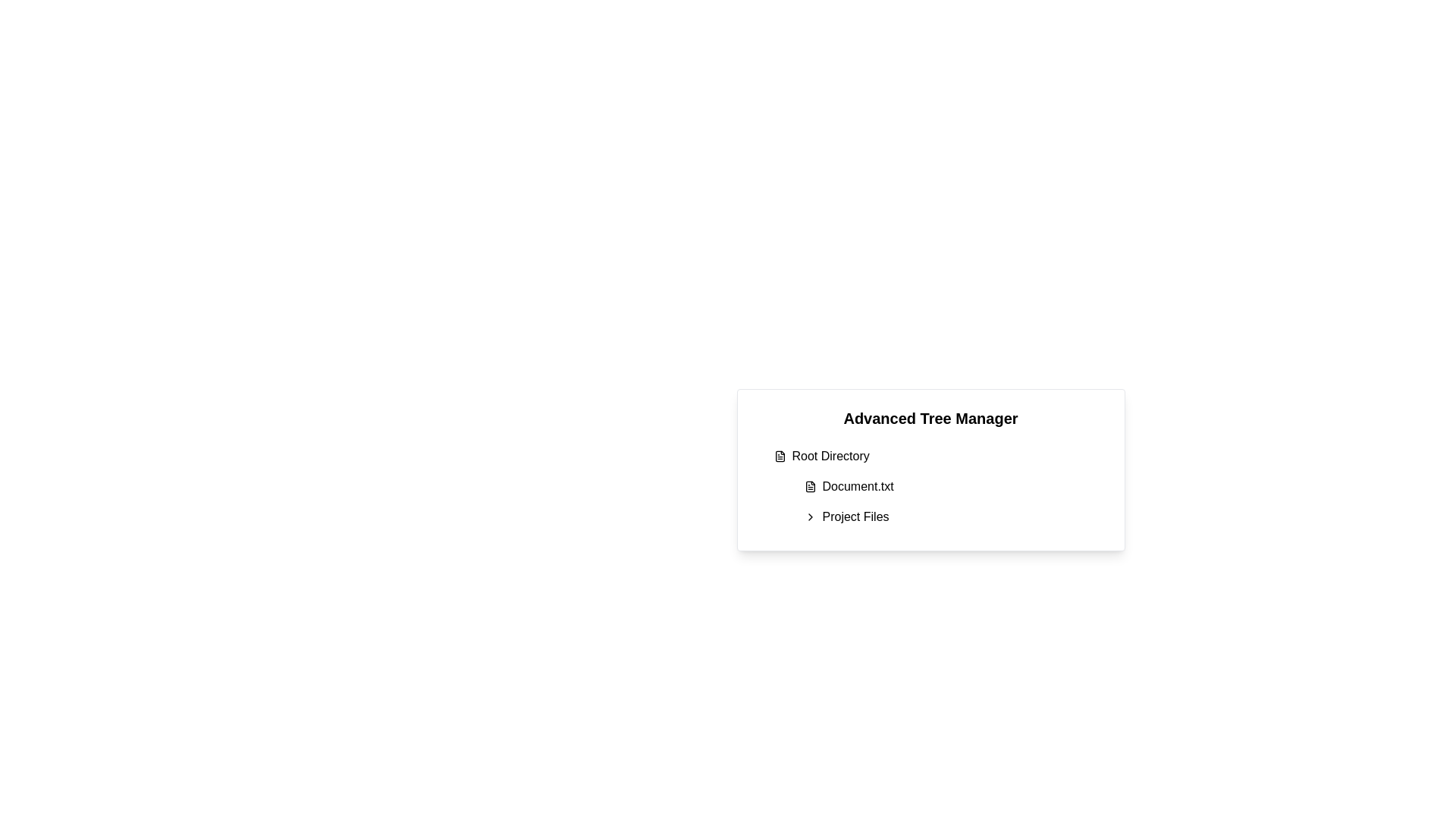 This screenshot has width=1456, height=819. What do you see at coordinates (809, 486) in the screenshot?
I see `the SVG Icon representing a document or text file, which is located next to the text label 'Document.txt'` at bounding box center [809, 486].